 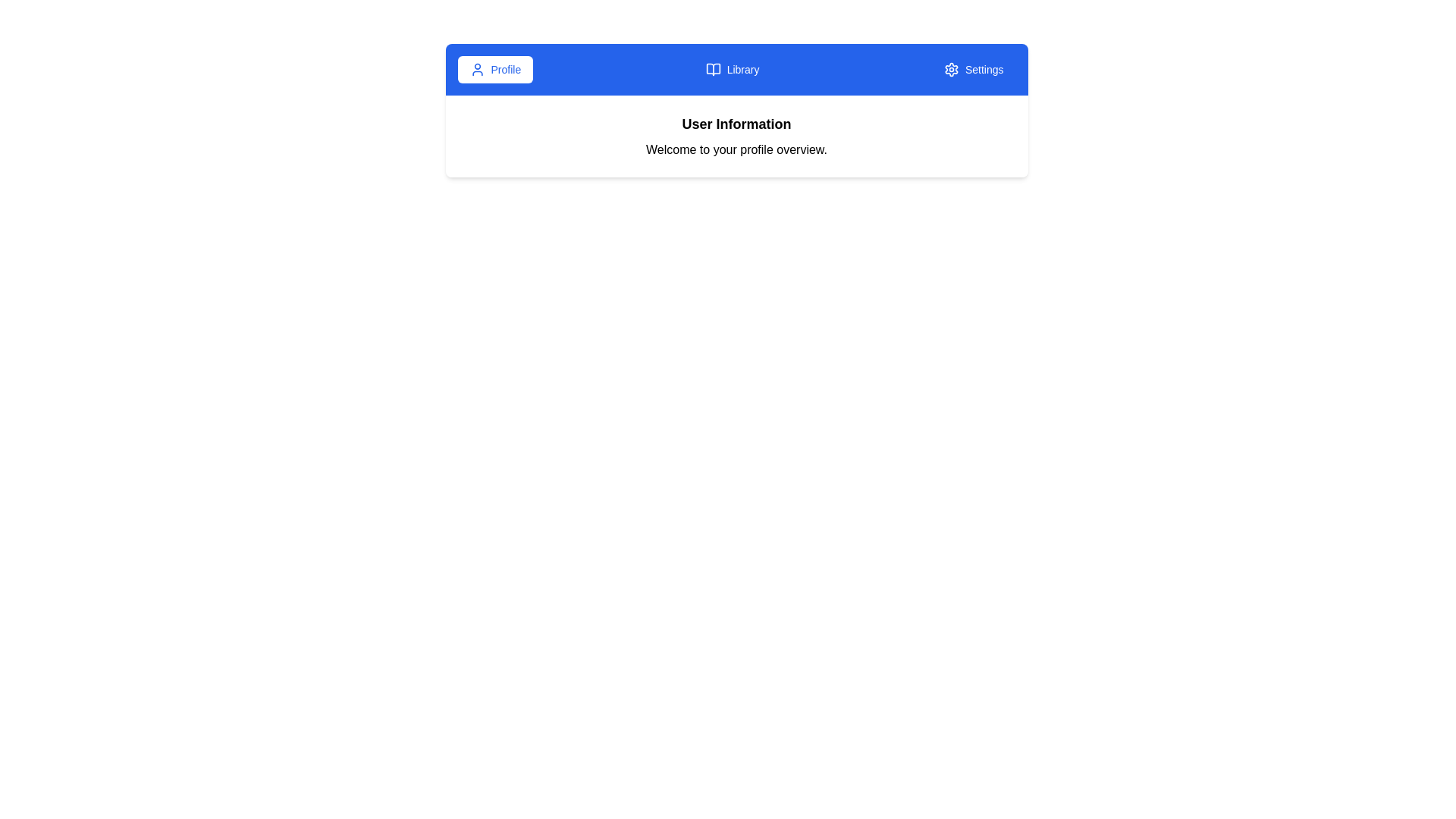 What do you see at coordinates (736, 124) in the screenshot?
I see `the prominent text label 'User Information' which is styled in bold and positioned centrally above the smaller text line 'Welcome to your profile overview'` at bounding box center [736, 124].